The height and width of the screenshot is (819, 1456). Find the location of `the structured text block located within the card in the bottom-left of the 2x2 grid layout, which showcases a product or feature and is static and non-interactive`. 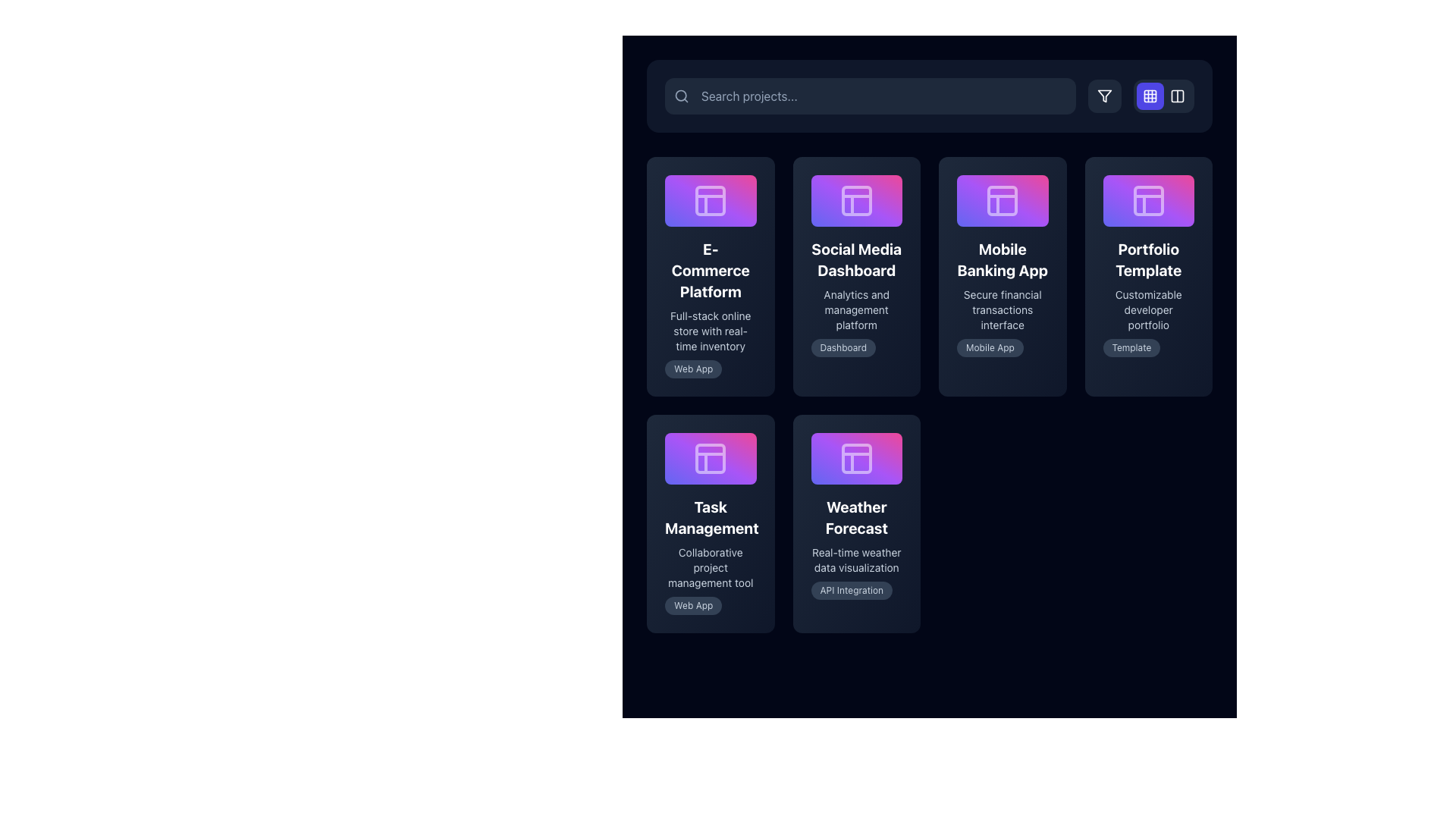

the structured text block located within the card in the bottom-left of the 2x2 grid layout, which showcases a product or feature and is static and non-interactive is located at coordinates (710, 555).